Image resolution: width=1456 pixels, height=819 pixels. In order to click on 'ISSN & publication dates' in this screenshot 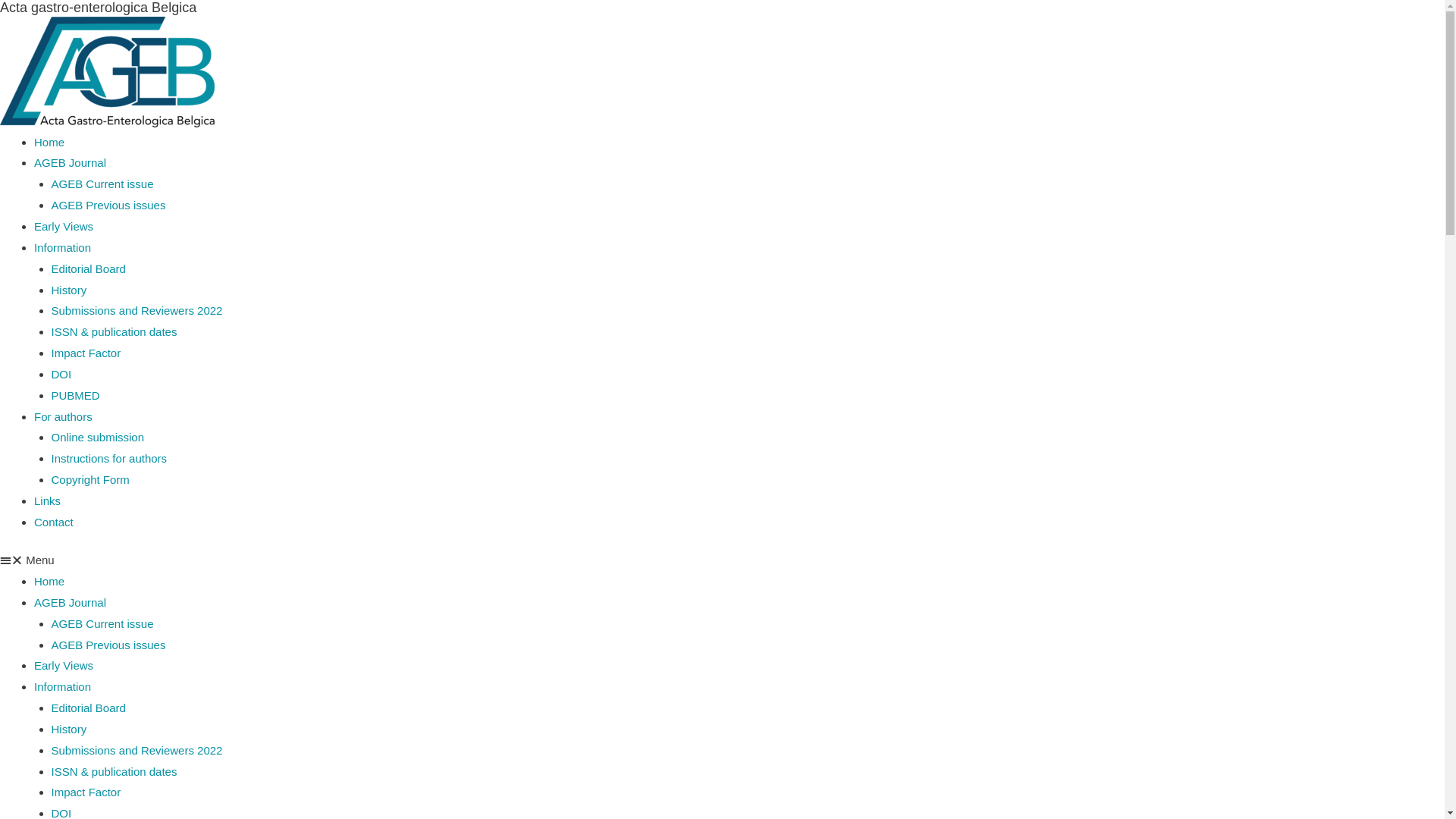, I will do `click(51, 771)`.